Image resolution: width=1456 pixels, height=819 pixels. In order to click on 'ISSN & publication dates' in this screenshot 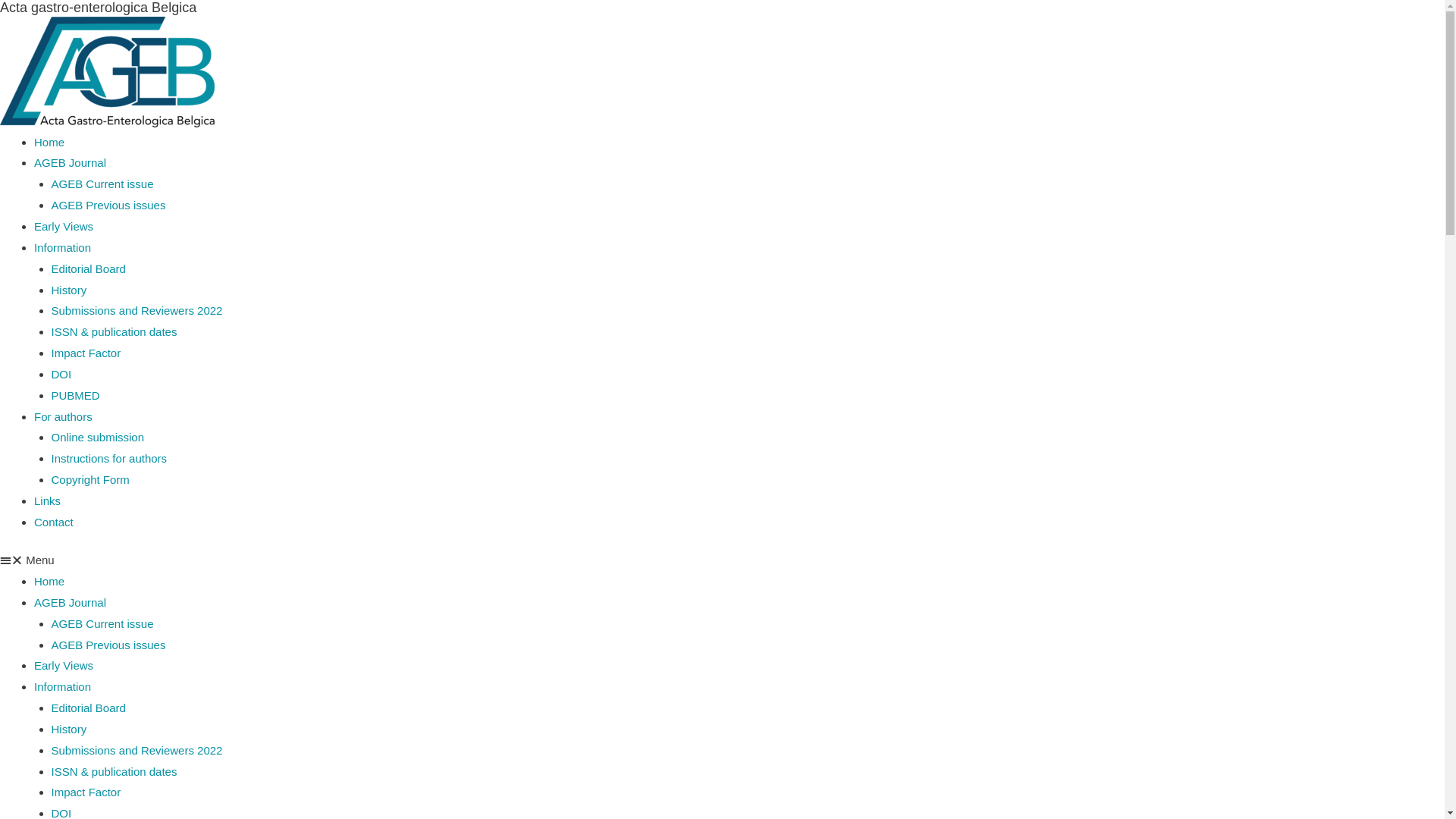, I will do `click(51, 771)`.